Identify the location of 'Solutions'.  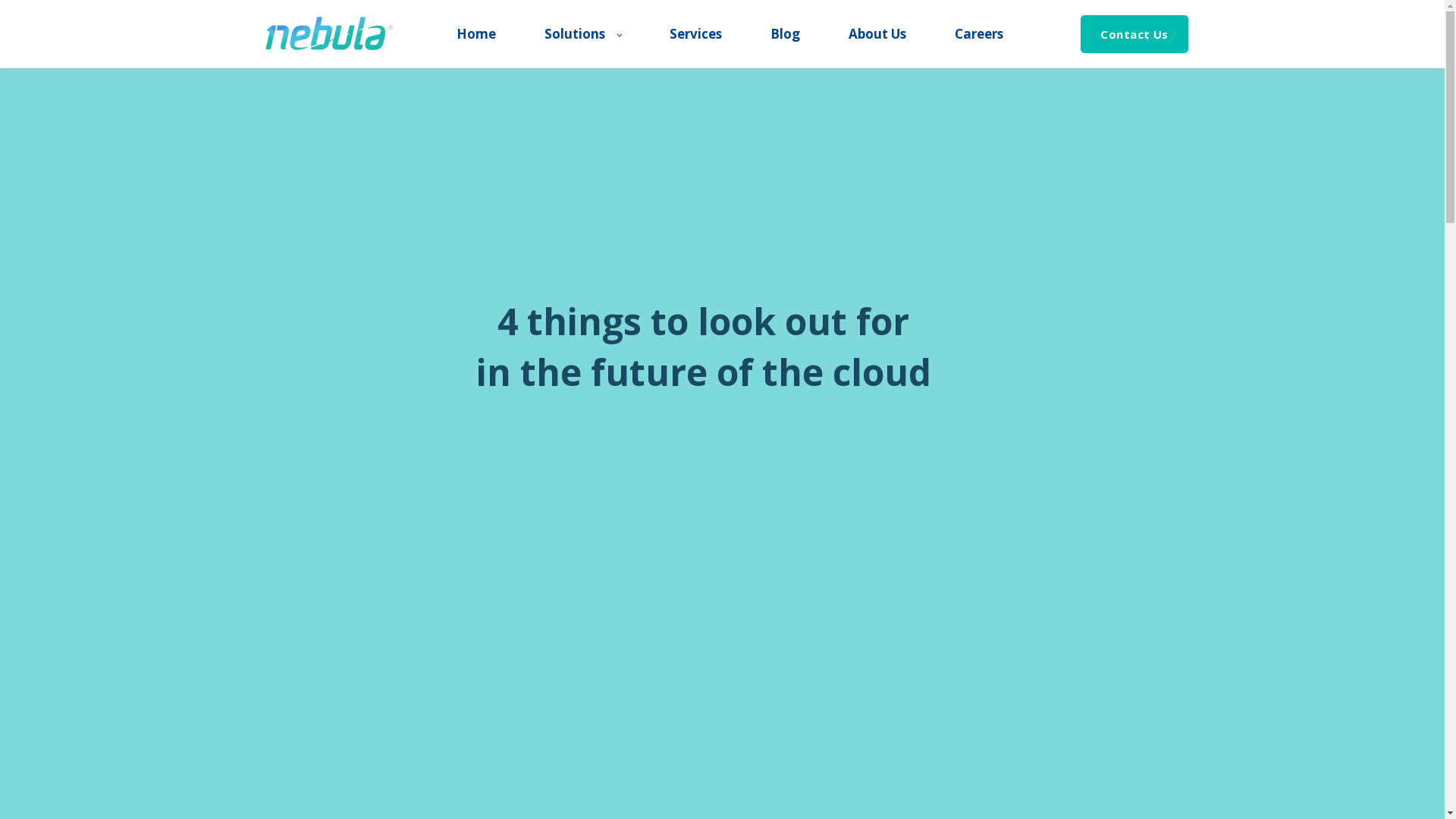
(582, 34).